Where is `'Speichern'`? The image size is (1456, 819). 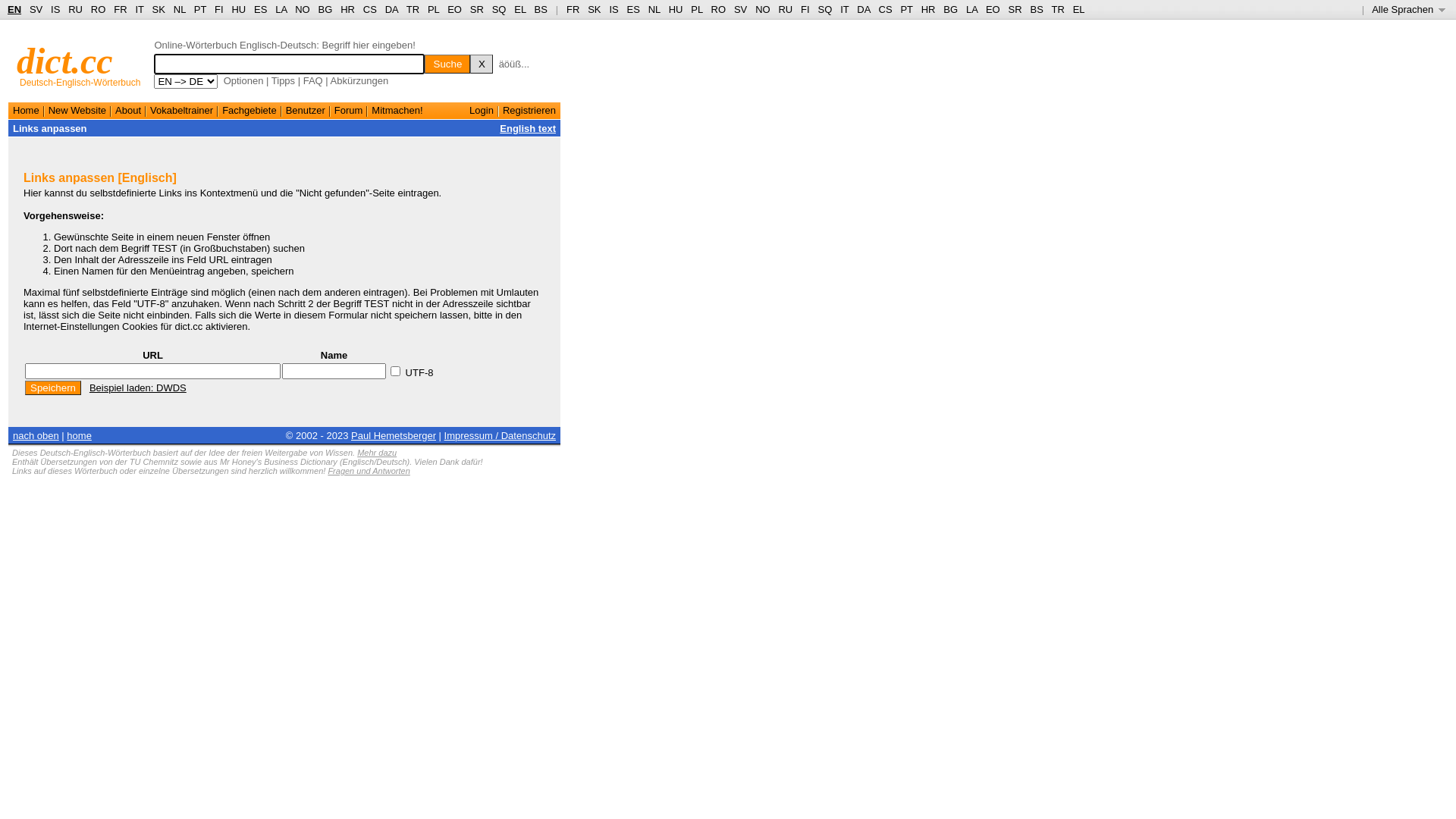
'Speichern' is located at coordinates (53, 387).